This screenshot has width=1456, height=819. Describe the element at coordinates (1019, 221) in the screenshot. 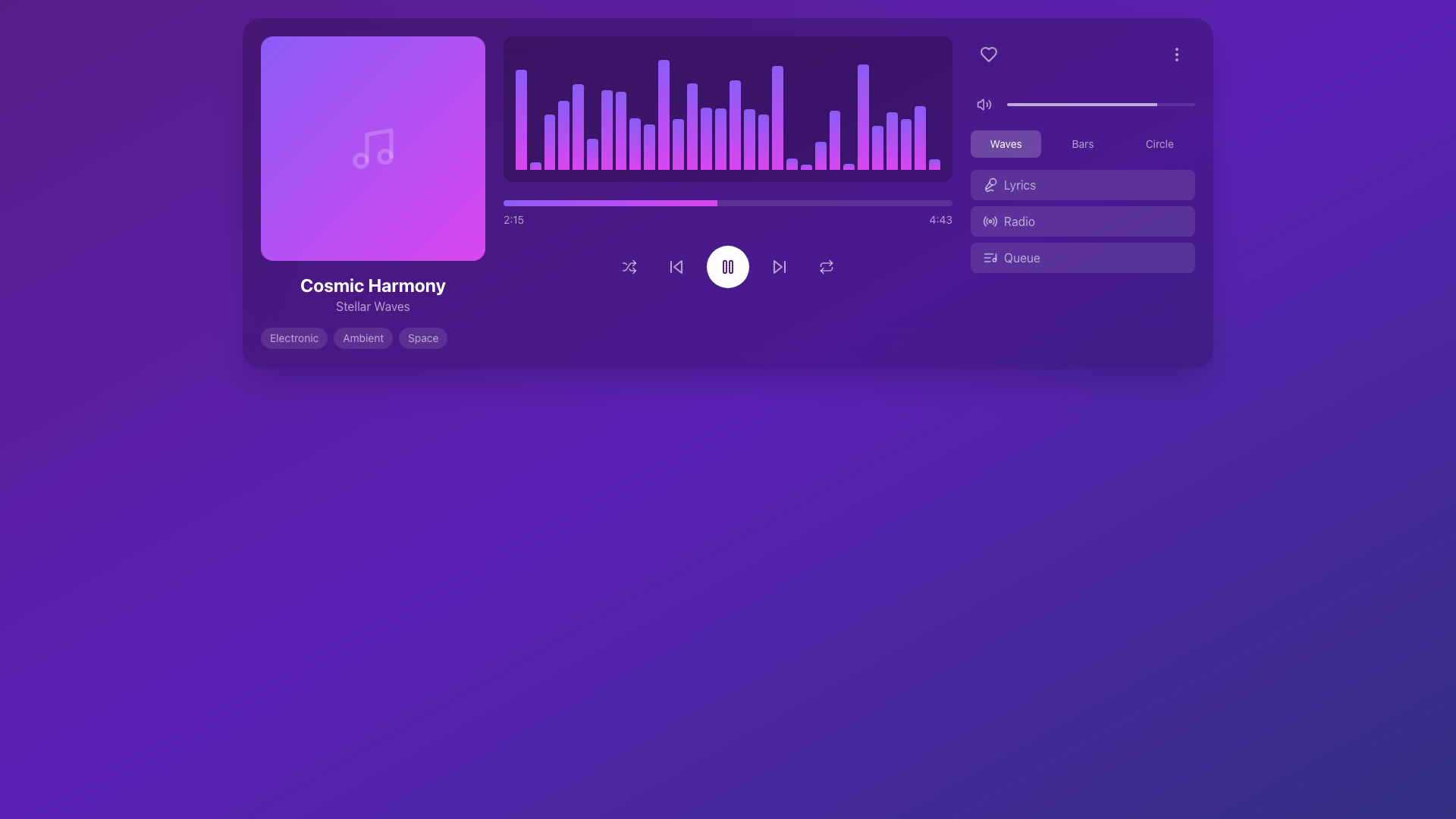

I see `the 'Radio' label text within the button, which is styled in white on a dark purple background` at that location.